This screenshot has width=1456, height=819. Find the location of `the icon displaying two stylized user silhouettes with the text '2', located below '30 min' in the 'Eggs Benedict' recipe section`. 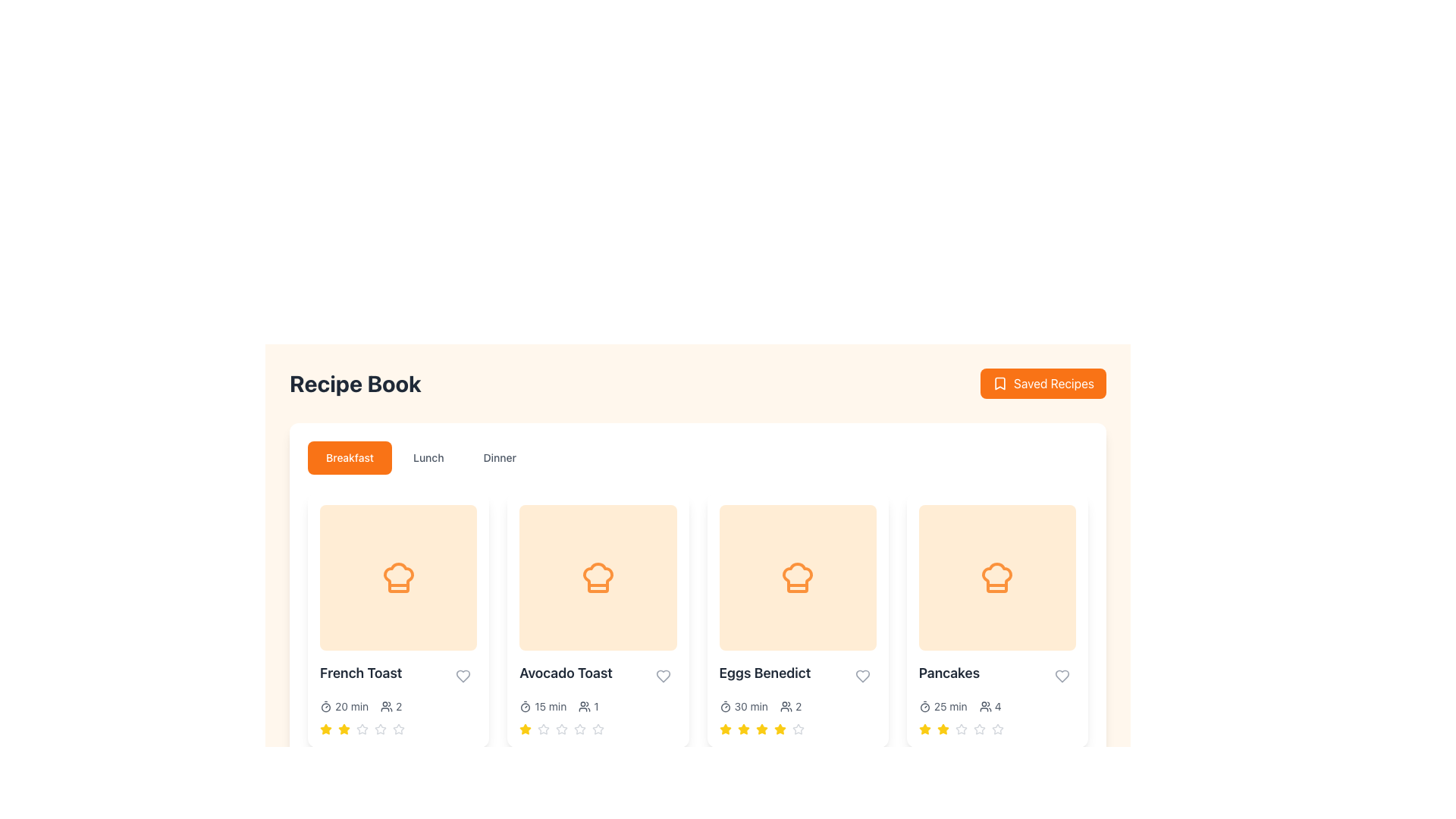

the icon displaying two stylized user silhouettes with the text '2', located below '30 min' in the 'Eggs Benedict' recipe section is located at coordinates (790, 707).